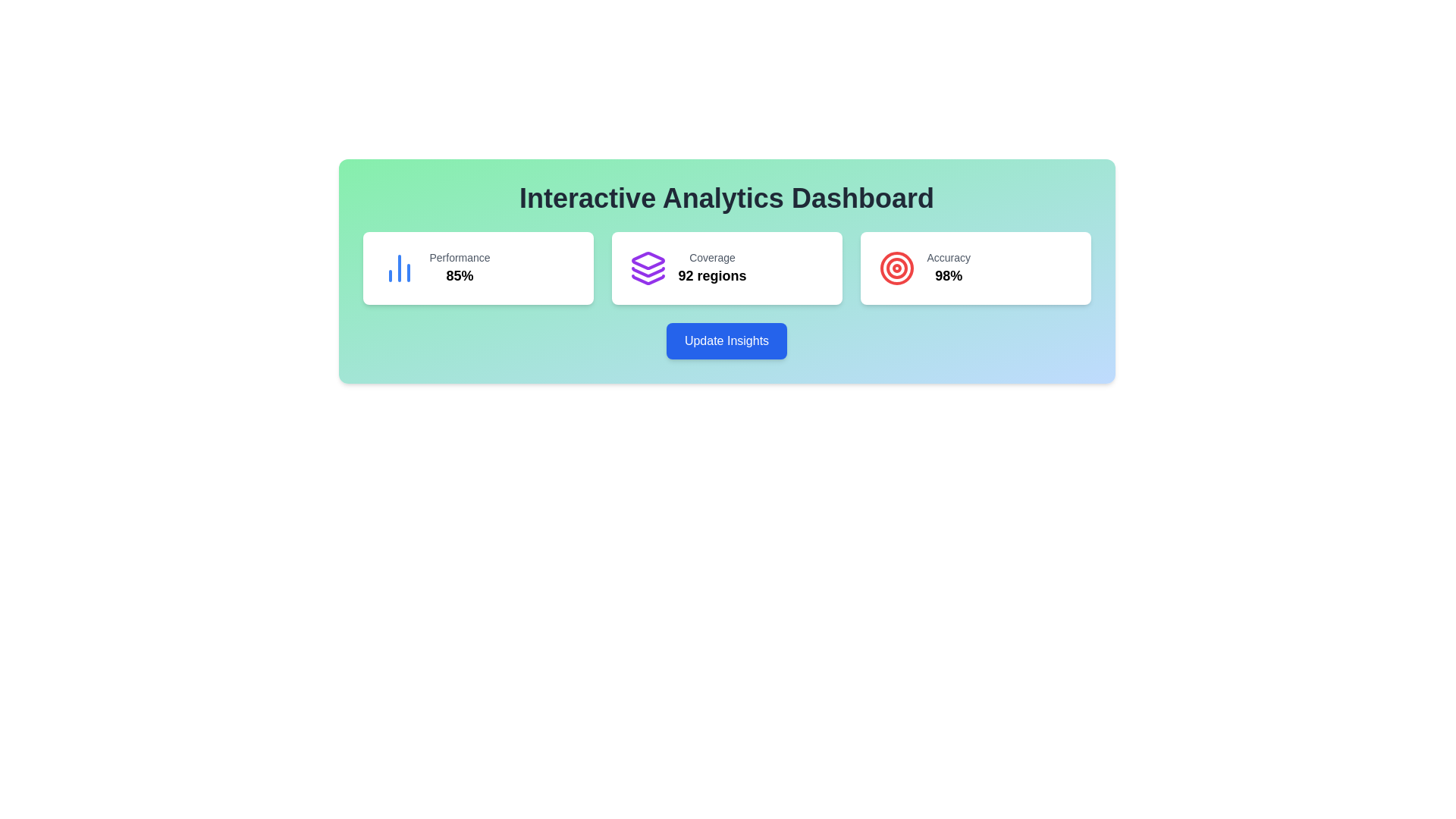 Image resolution: width=1456 pixels, height=819 pixels. What do you see at coordinates (648, 268) in the screenshot?
I see `the stack icon representing coverage, which is centrally placed in the second card of the 'Interactive Analytics Dashboard' layout, to associate it with the coverage context` at bounding box center [648, 268].